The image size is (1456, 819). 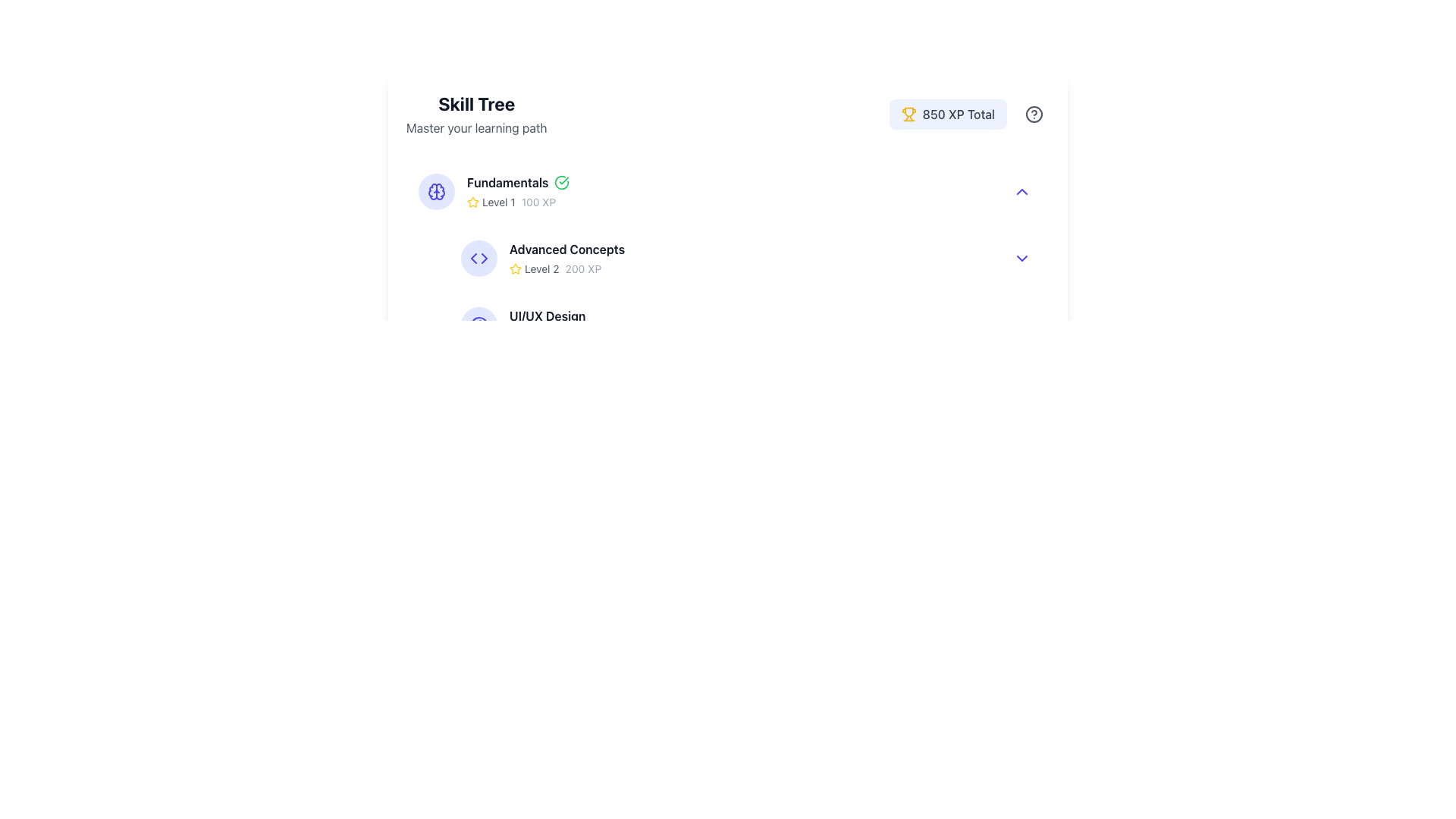 I want to click on the experience points display element, which shows the accumulated XP total for the user, so click(x=968, y=113).